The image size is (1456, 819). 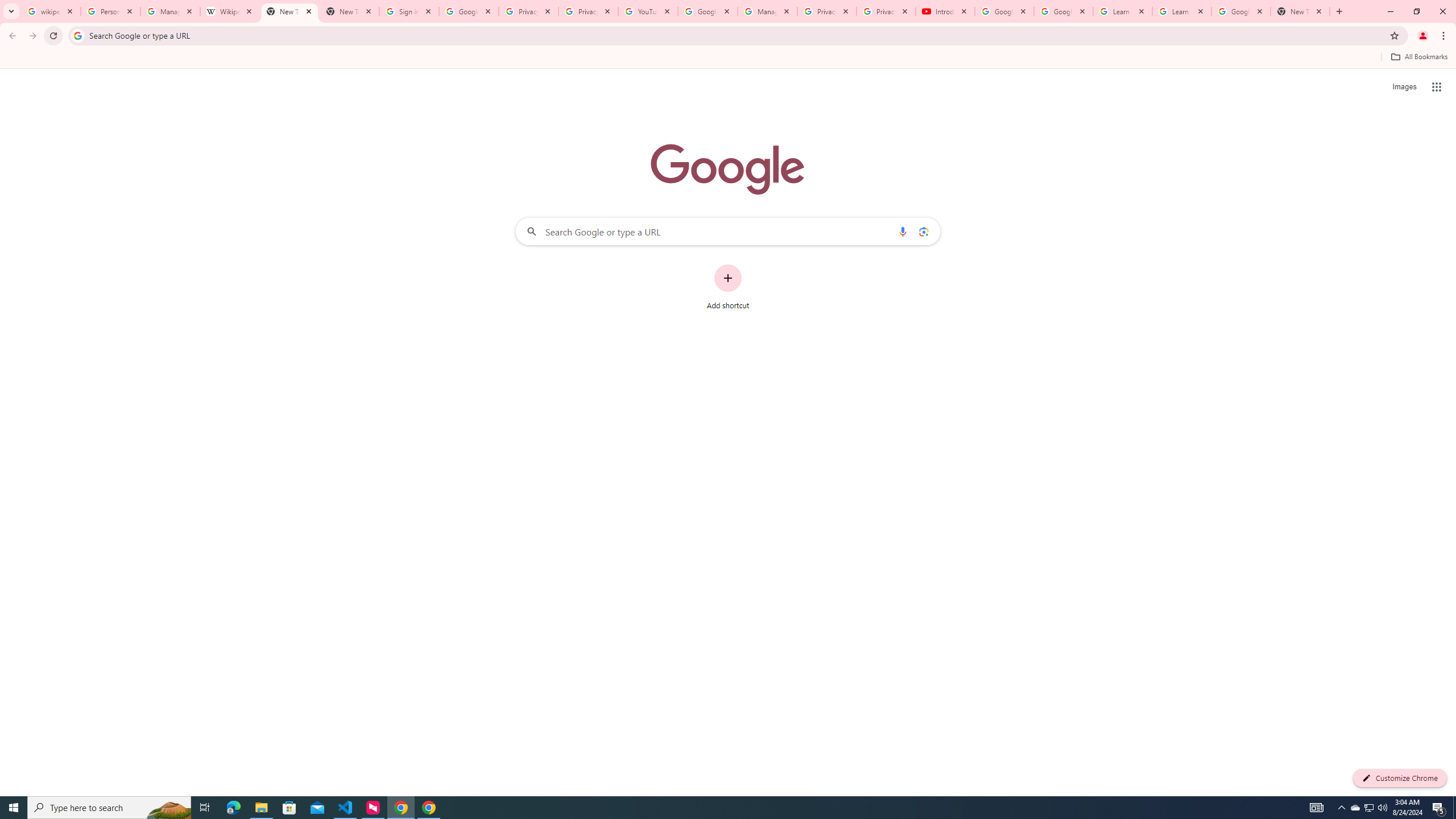 What do you see at coordinates (468, 11) in the screenshot?
I see `'Google Drive: Sign-in'` at bounding box center [468, 11].